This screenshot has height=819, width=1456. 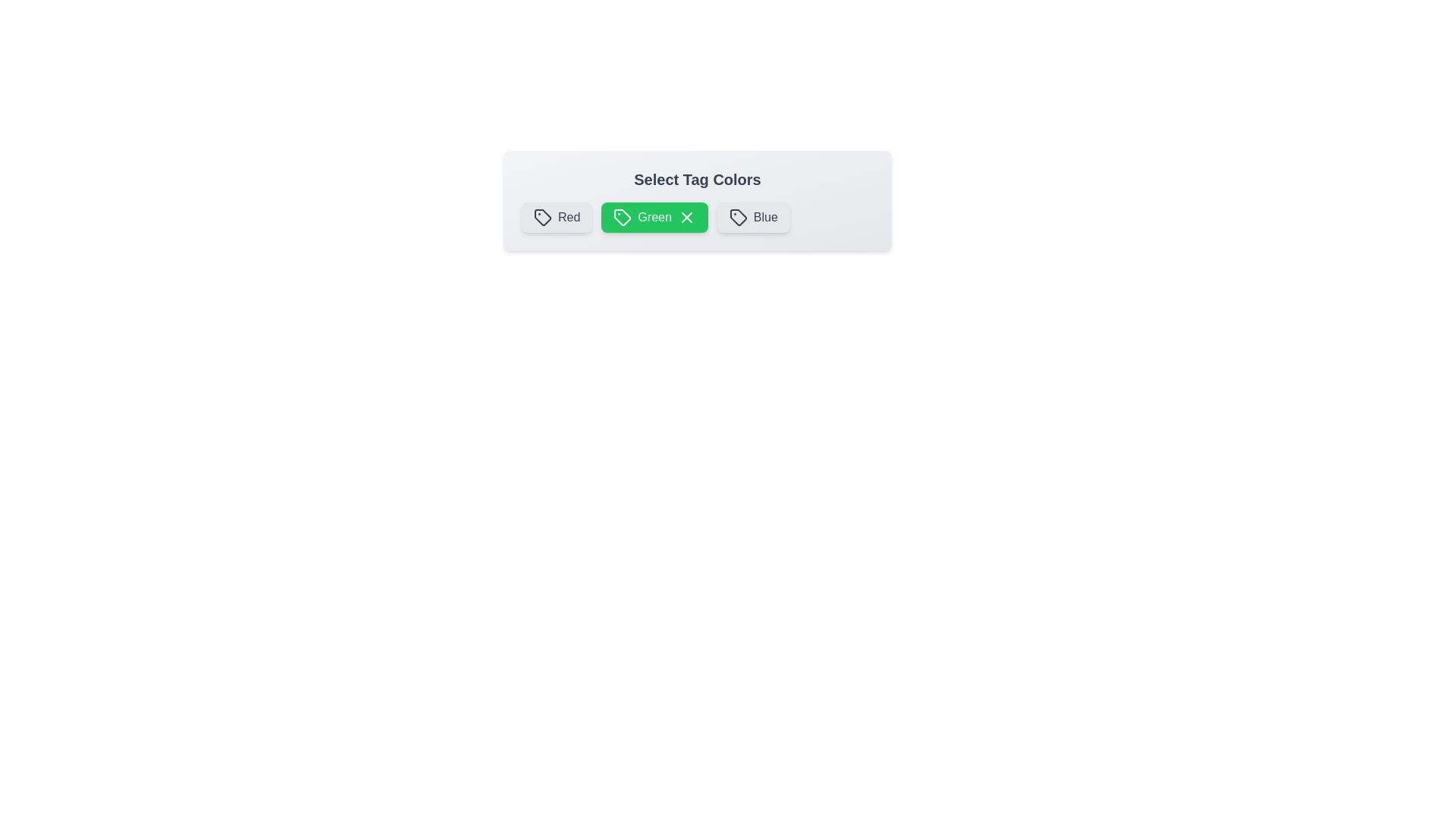 I want to click on the close icon of the 'Green' tag to deselect it, so click(x=686, y=217).